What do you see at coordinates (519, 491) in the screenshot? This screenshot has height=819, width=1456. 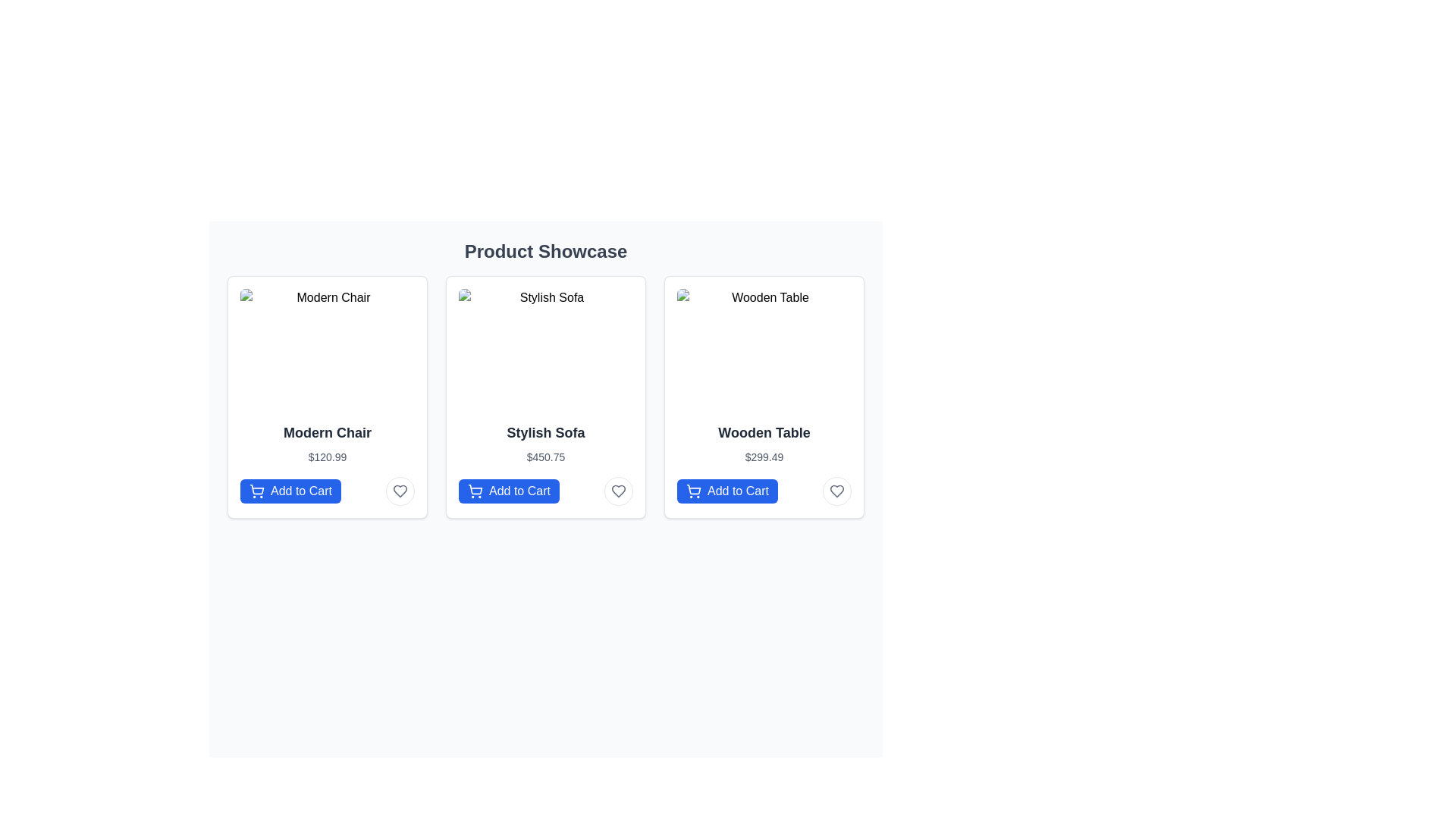 I see `the text label displaying 'Add to Cart'` at bounding box center [519, 491].